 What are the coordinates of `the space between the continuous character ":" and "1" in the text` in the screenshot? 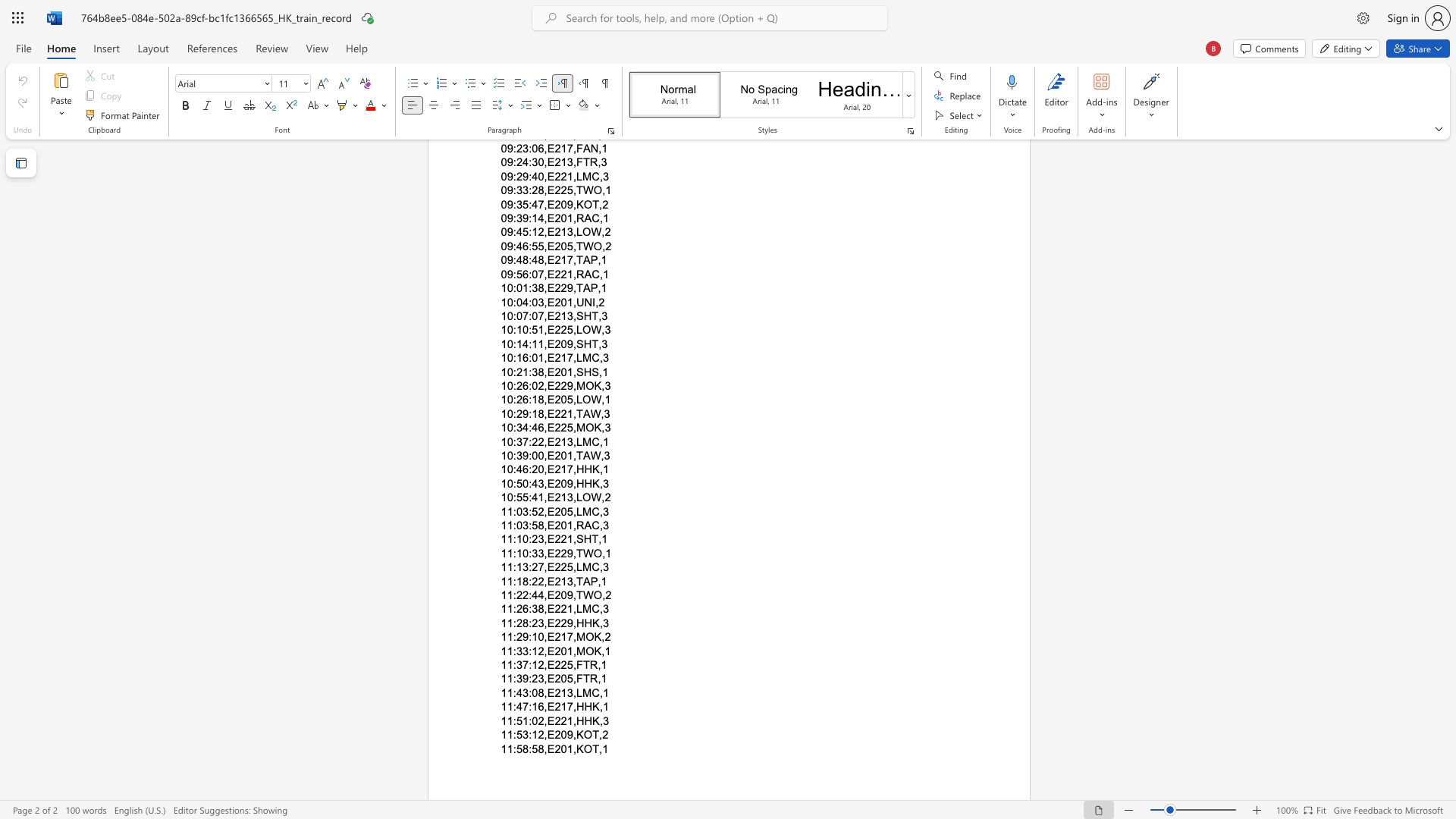 It's located at (516, 553).